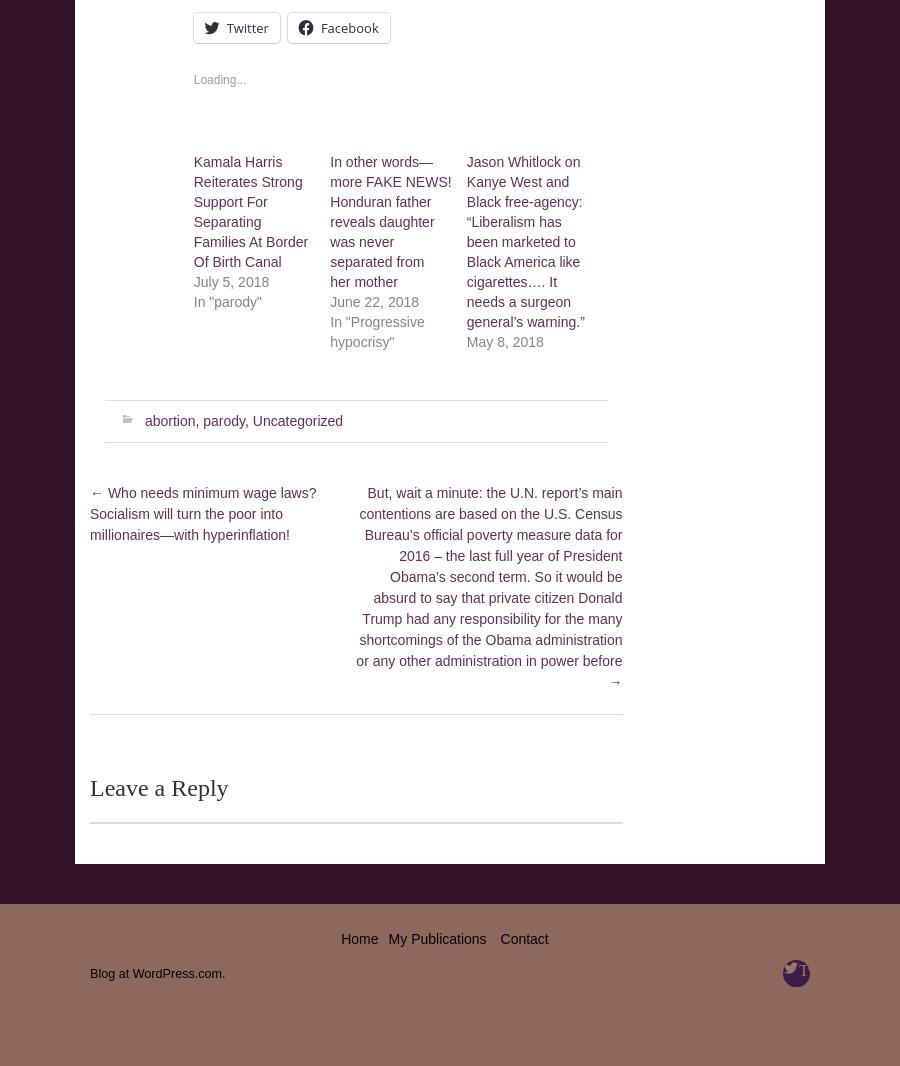  I want to click on 'But, wait a minute: the U.N. report’s main contentions are based on the U.S. Census Bureau’s official poverty measure data for 2016 – the last full year of President Obama’s second term. So it would be absurd to say that private citizen Donald Trump had any responsibility for the many shortcomings of the Obama administration or any other administration in power before', so click(487, 574).